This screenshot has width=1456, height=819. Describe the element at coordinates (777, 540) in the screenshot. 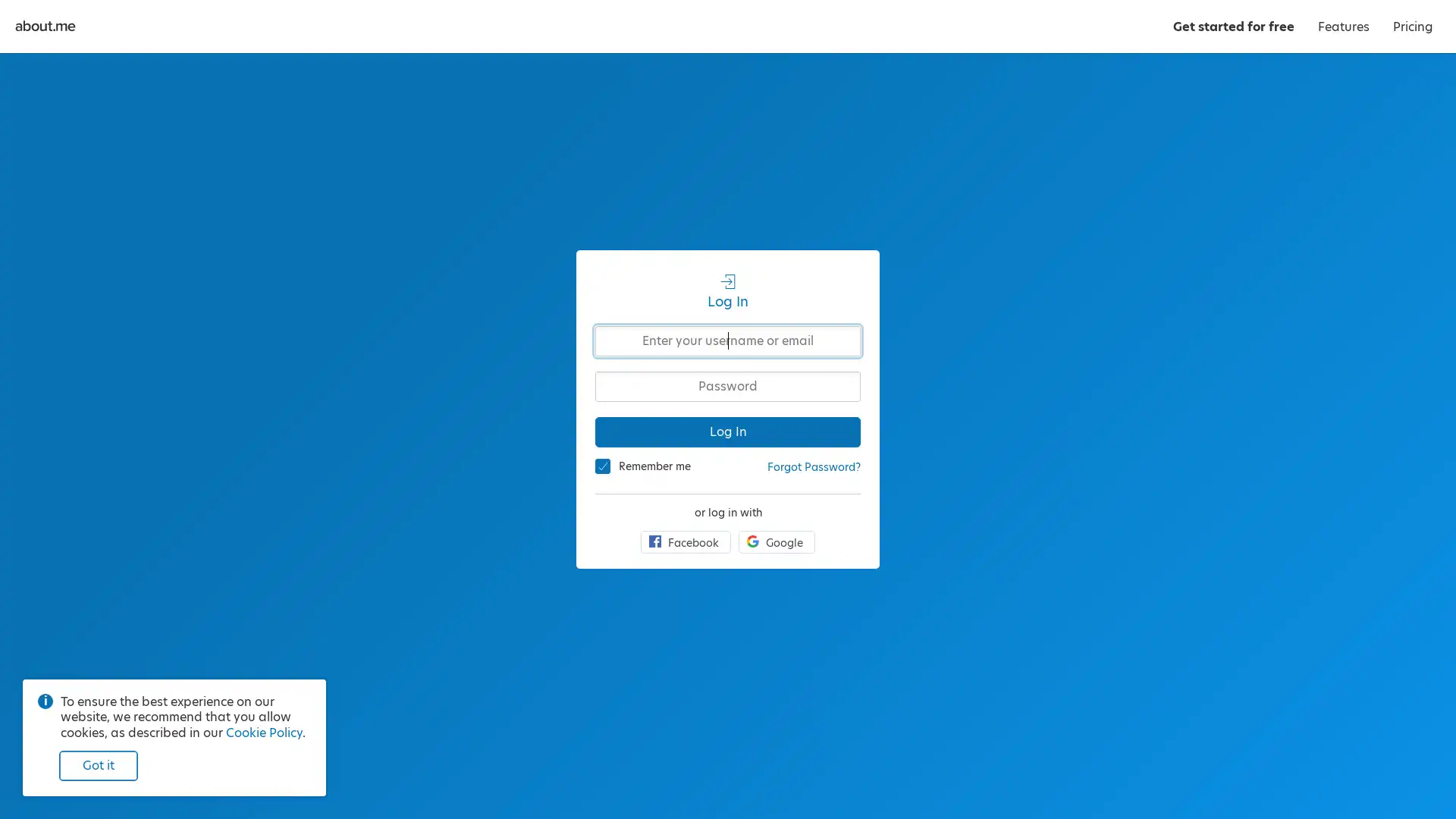

I see `Google` at that location.